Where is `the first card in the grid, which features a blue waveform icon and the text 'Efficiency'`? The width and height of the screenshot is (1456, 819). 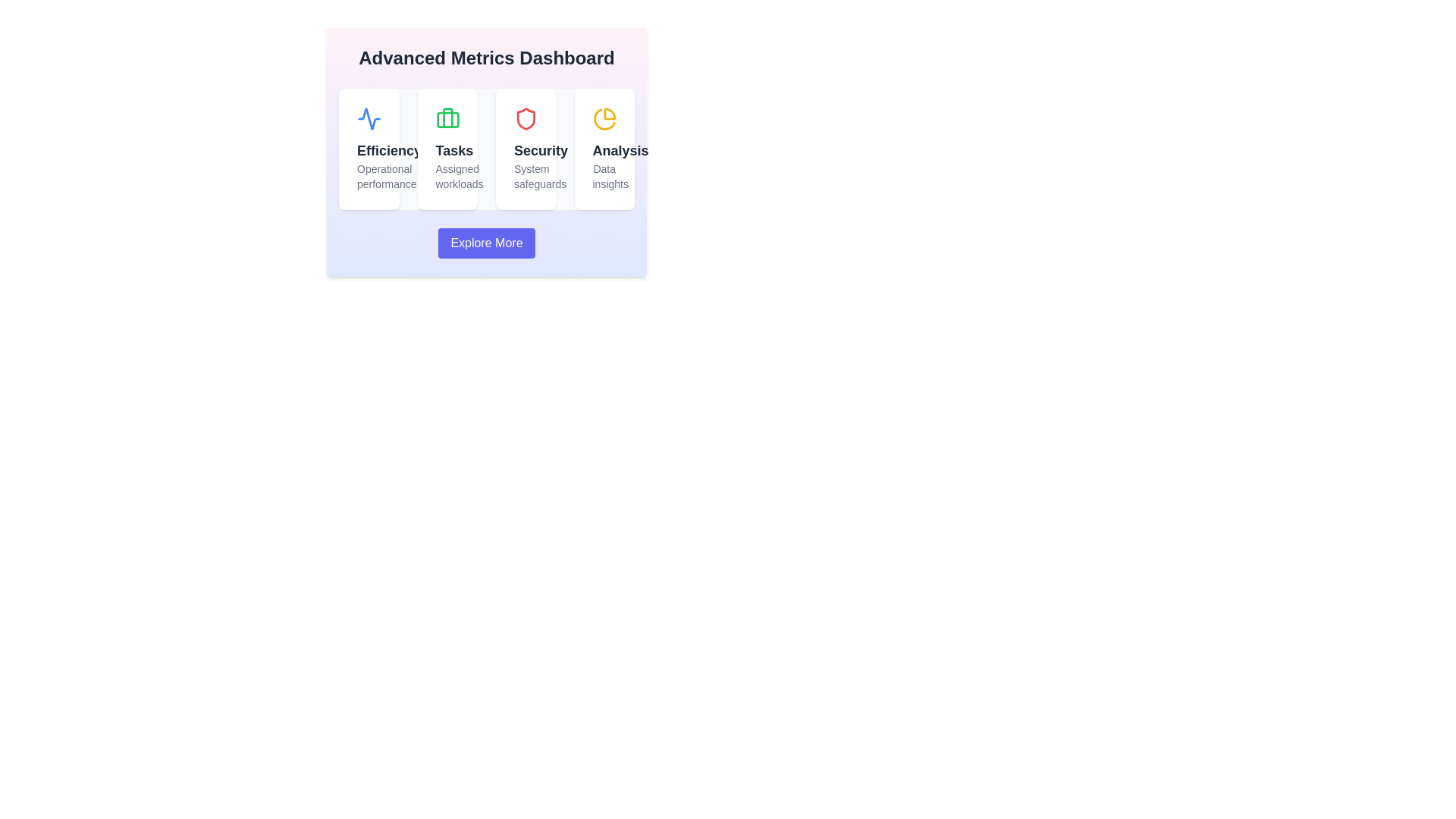
the first card in the grid, which features a blue waveform icon and the text 'Efficiency' is located at coordinates (369, 149).